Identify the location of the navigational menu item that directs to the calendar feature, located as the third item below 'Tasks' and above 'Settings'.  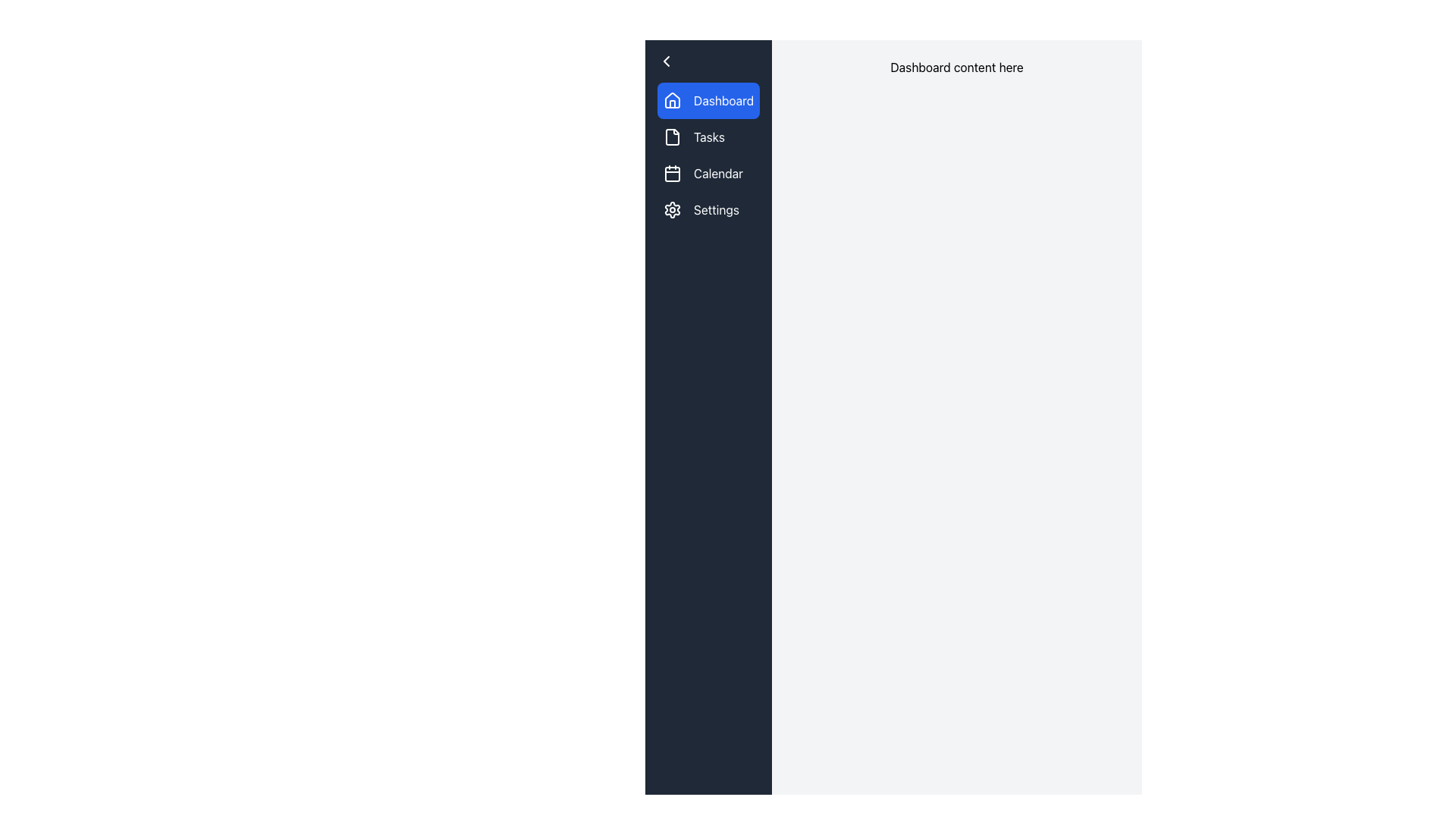
(708, 172).